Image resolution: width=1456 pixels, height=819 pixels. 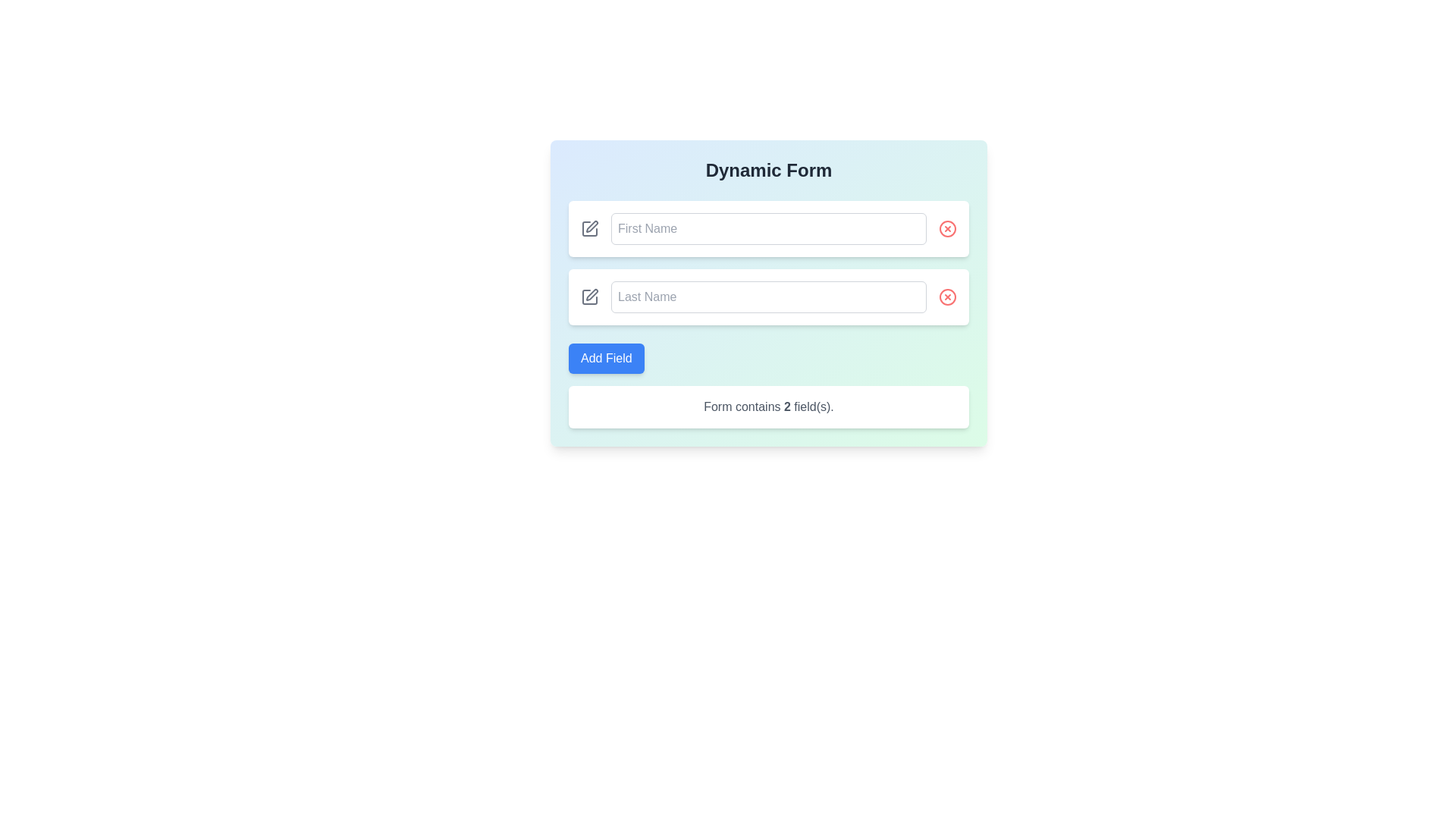 I want to click on the informational text block that states 'Form contains 2 field(s).' which is centrally aligned and positioned below the 'Add Field' button, so click(x=768, y=406).